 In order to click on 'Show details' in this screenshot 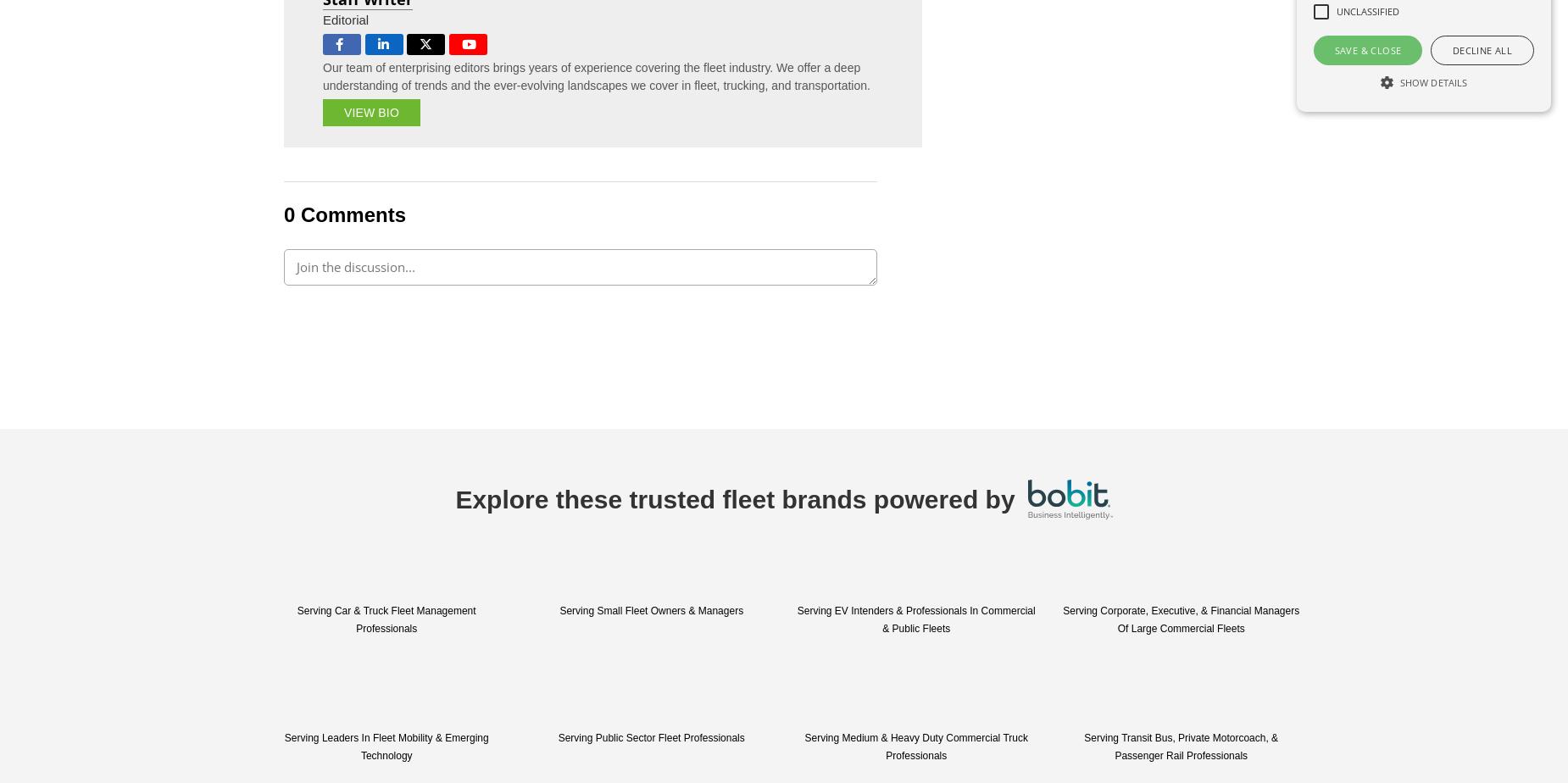, I will do `click(1433, 82)`.